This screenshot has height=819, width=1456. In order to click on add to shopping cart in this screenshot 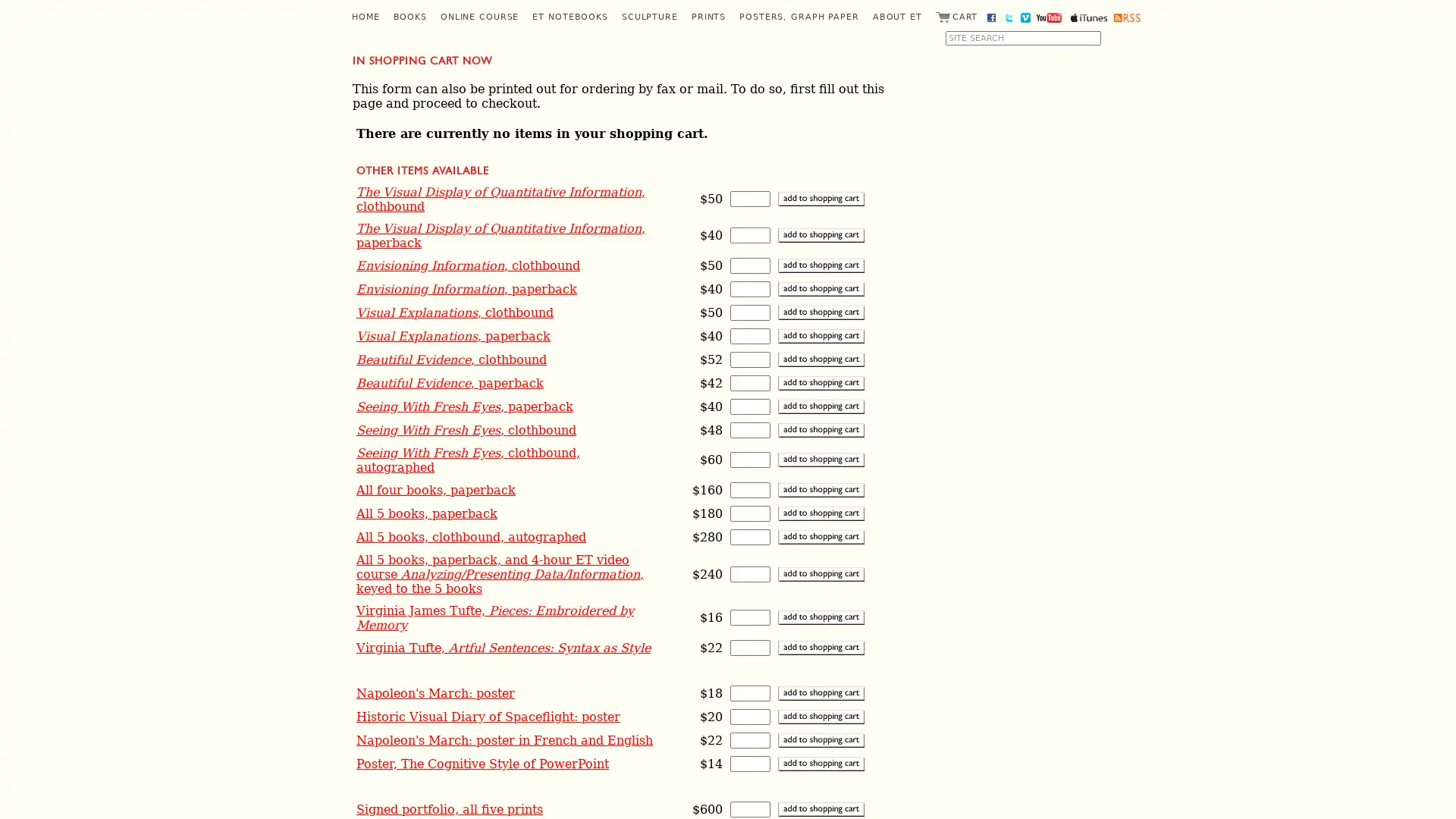, I will do `click(821, 288)`.